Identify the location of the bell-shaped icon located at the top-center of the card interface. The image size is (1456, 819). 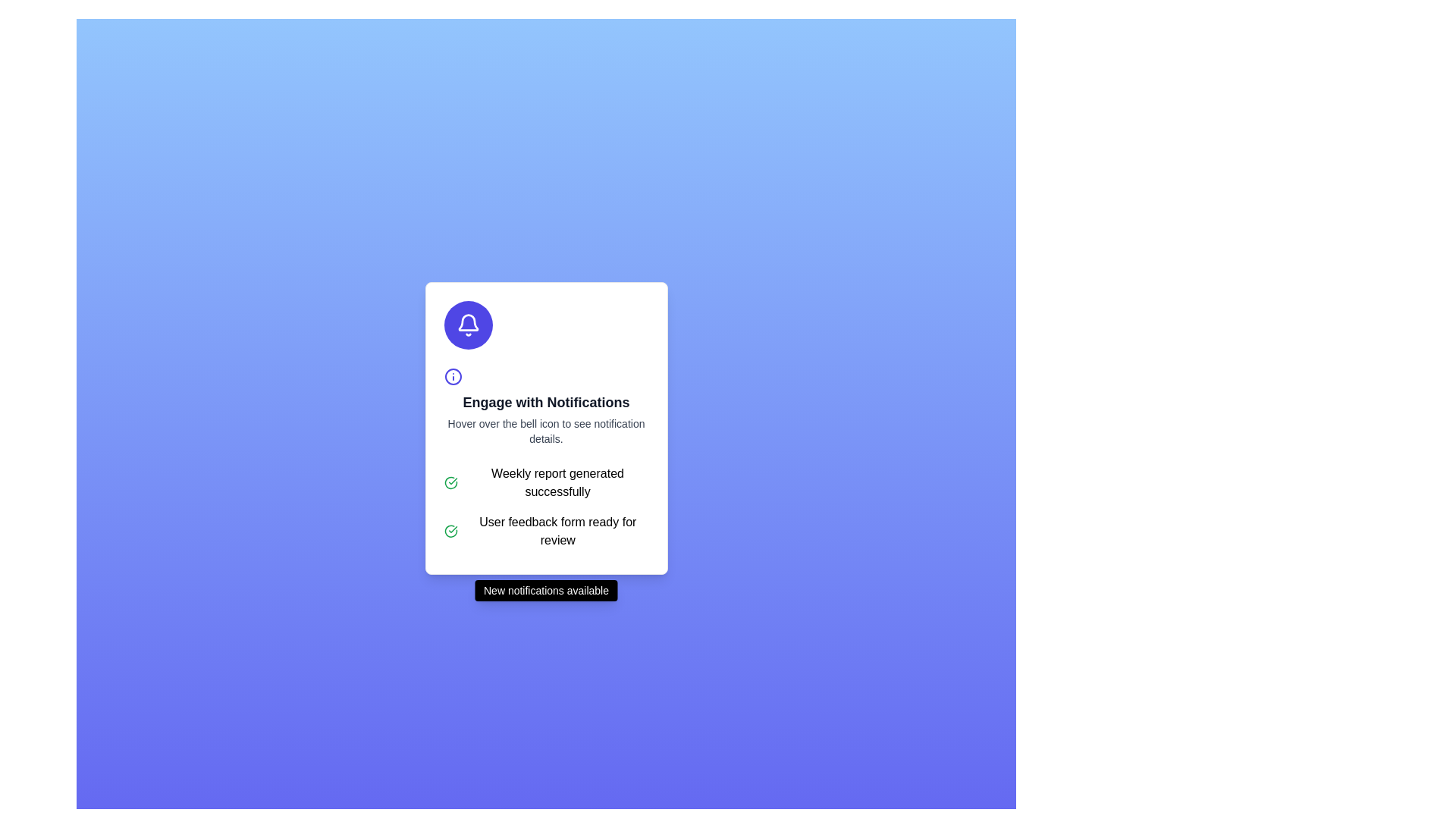
(467, 324).